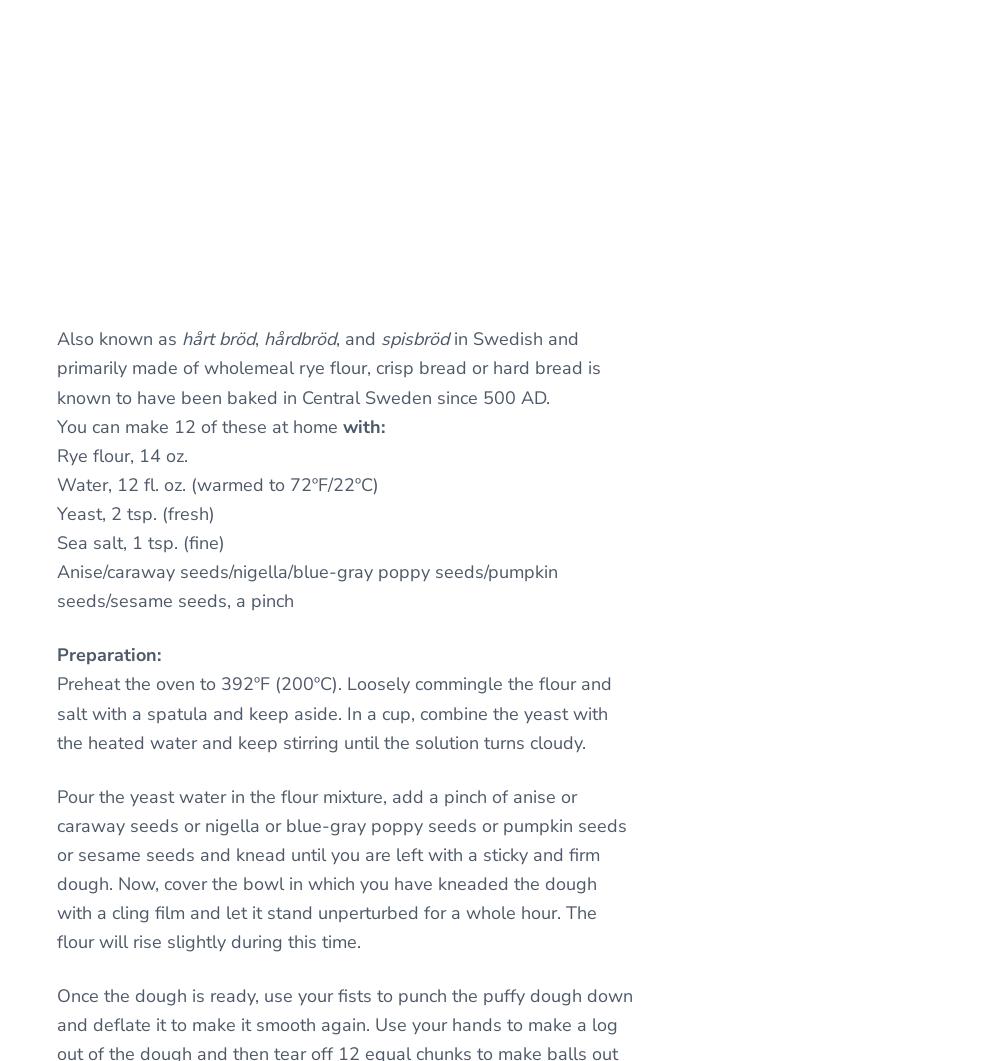 The width and height of the screenshot is (984, 1061). I want to click on 'hårdbröd', so click(299, 337).